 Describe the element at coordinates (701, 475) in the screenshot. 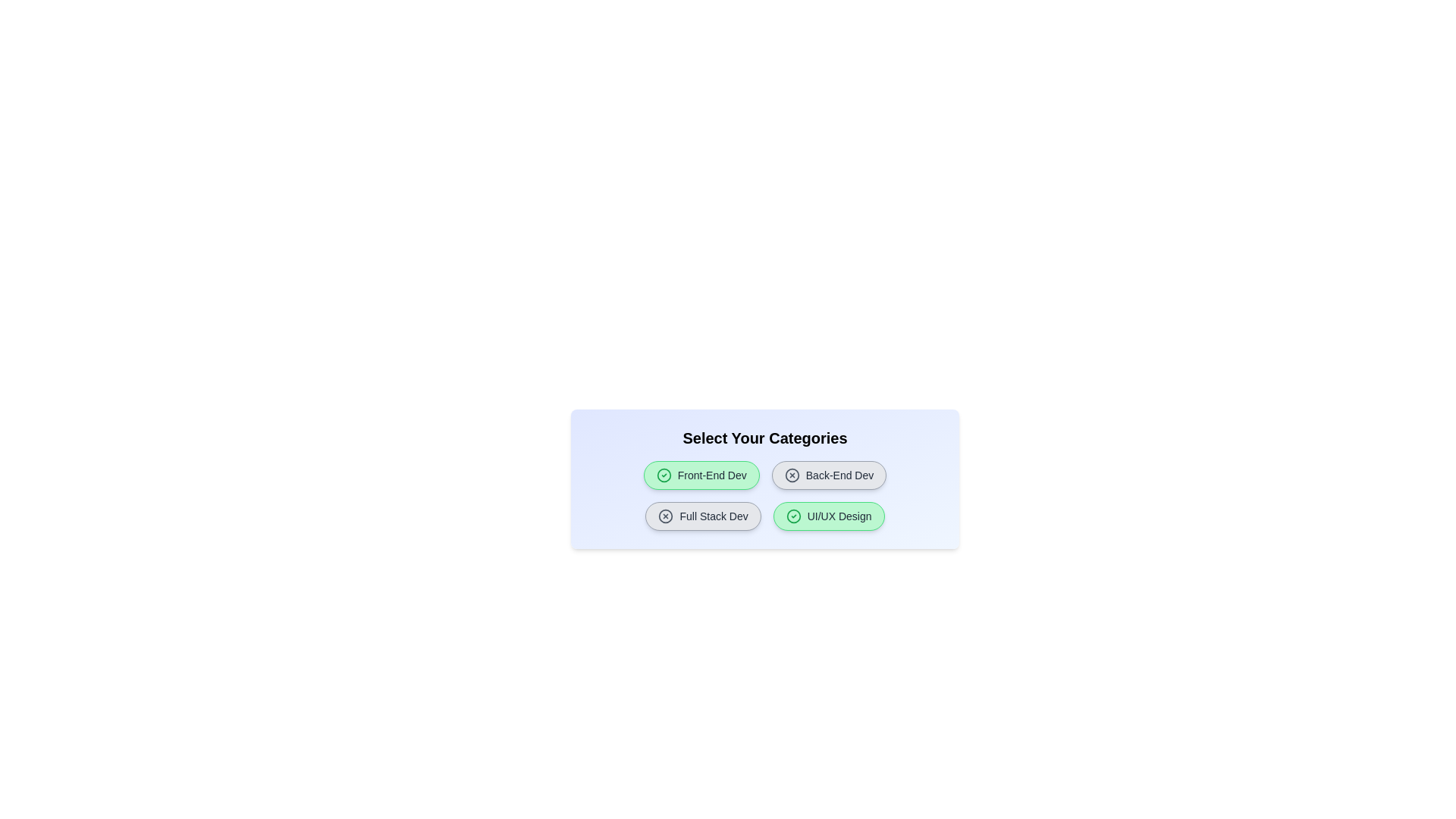

I see `the category chip labeled 'Front-End Dev' by clicking on it` at that location.